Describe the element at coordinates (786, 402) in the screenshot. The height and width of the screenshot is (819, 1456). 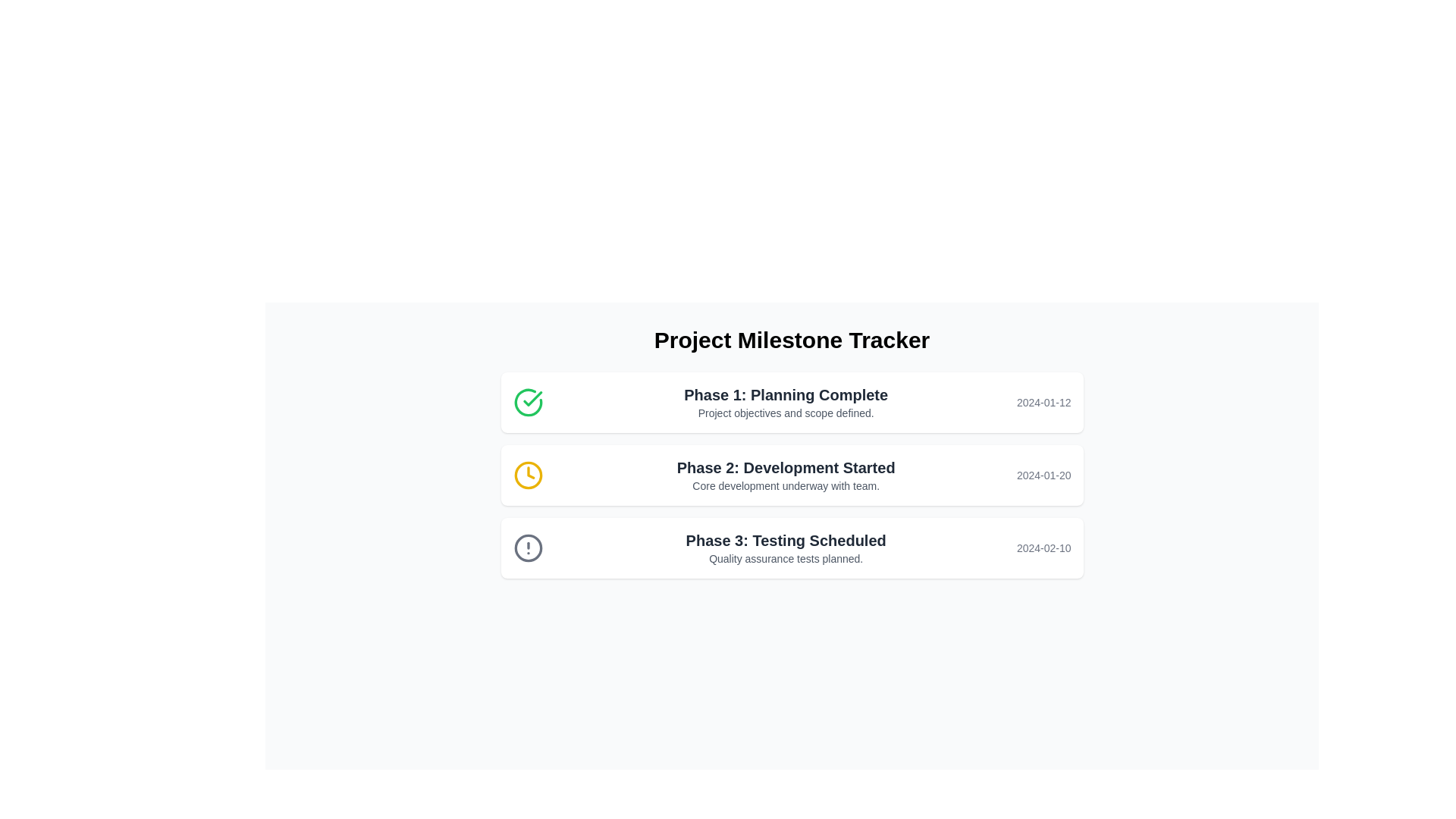
I see `the text block titled 'Phase 1: Planning Complete' with descriptive text 'Project objectives and scope defined.' located in the first milestone box` at that location.